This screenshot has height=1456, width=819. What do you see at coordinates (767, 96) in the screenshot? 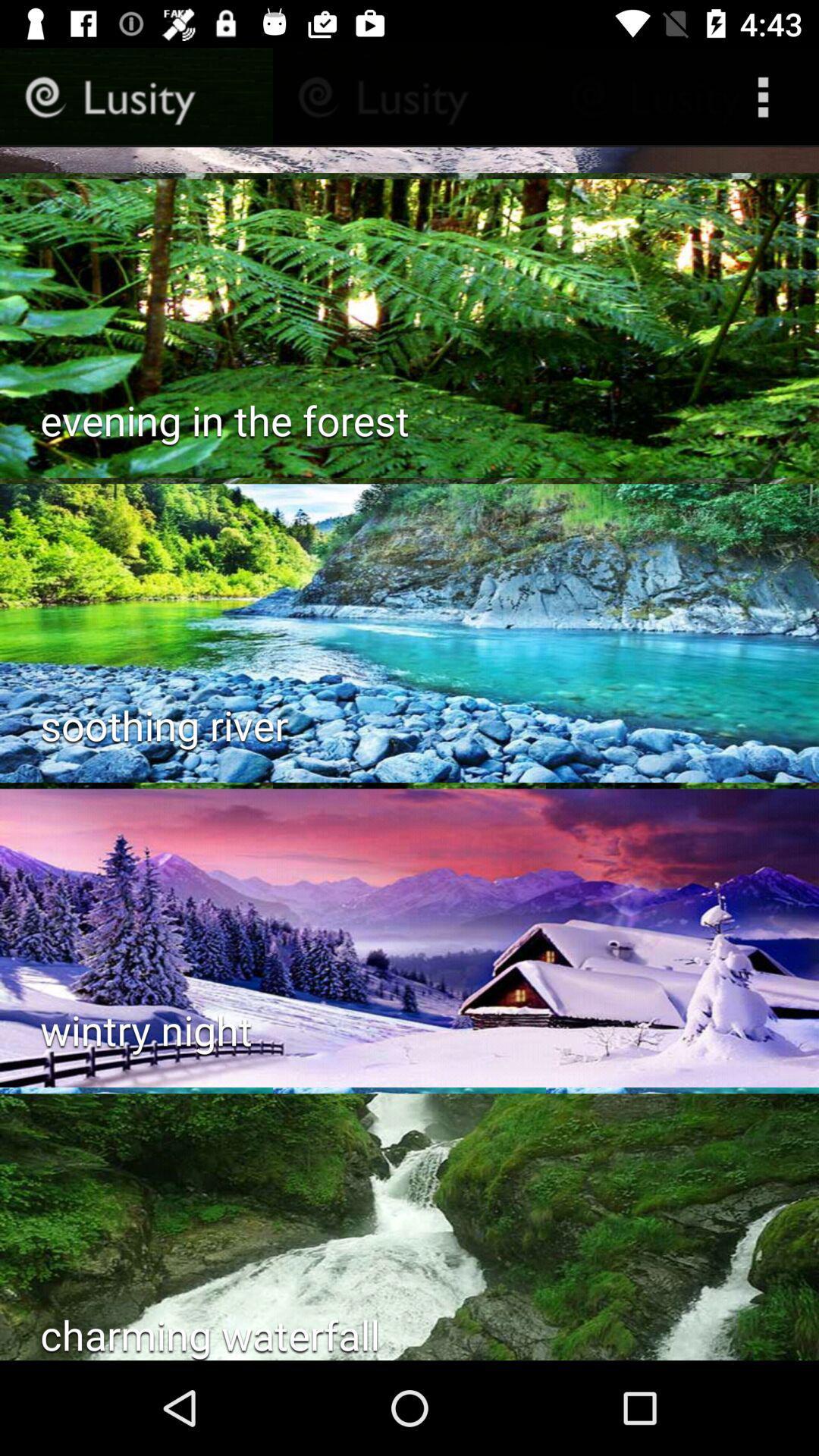
I see `more option` at bounding box center [767, 96].